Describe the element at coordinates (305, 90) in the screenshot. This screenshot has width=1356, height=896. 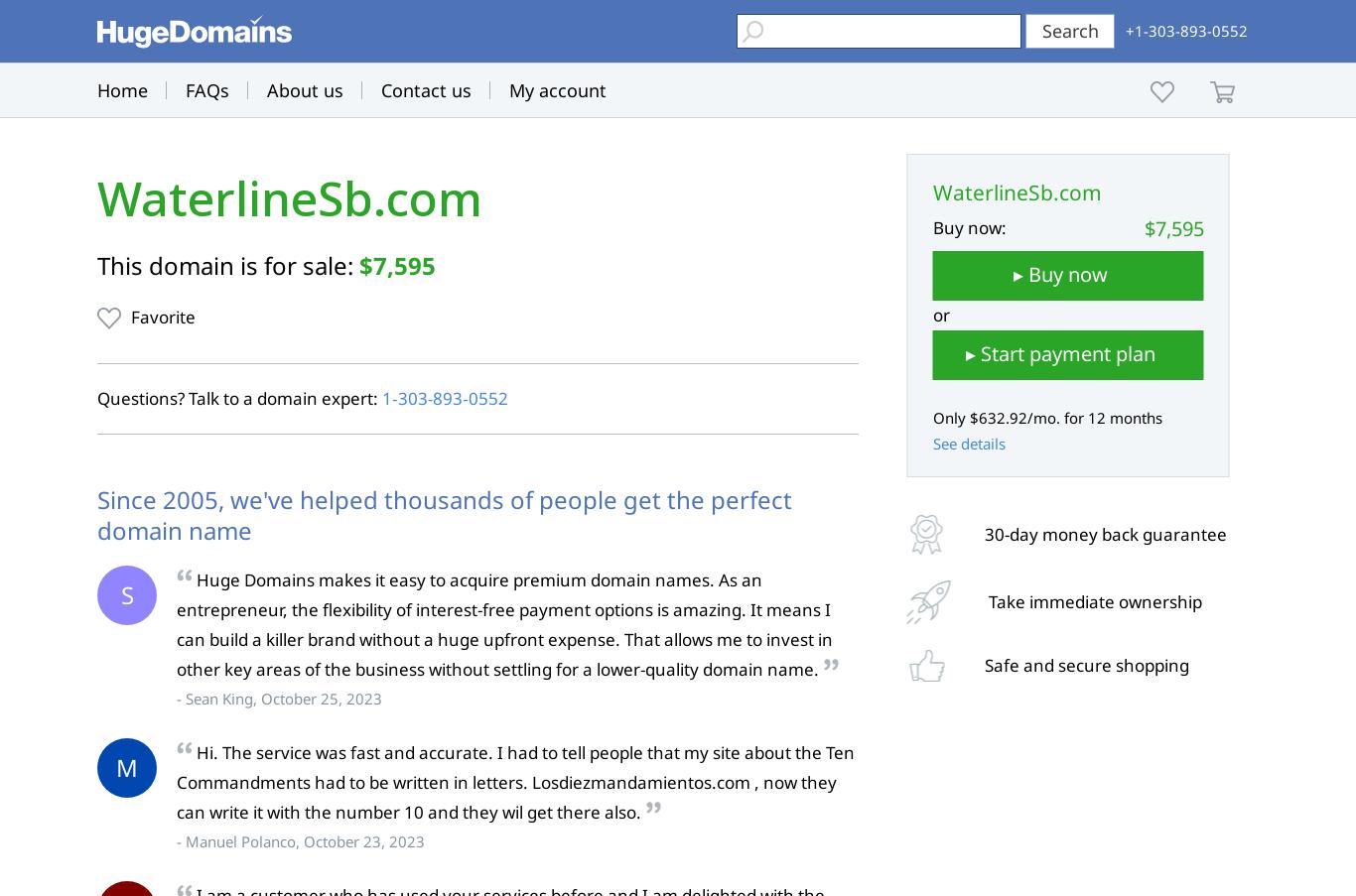
I see `'About us'` at that location.